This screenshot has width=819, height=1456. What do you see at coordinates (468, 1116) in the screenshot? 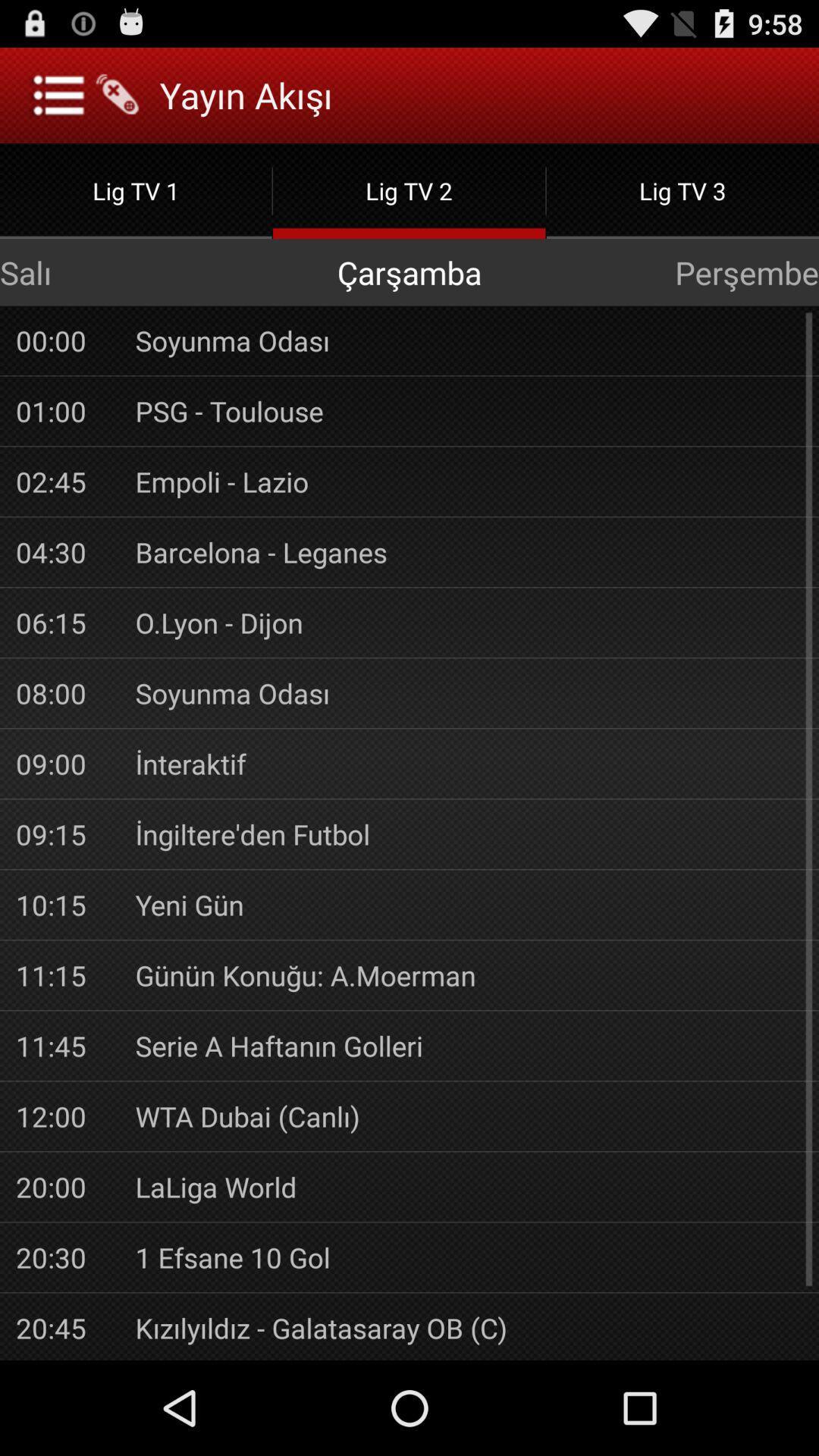
I see `item above the laliga world icon` at bounding box center [468, 1116].